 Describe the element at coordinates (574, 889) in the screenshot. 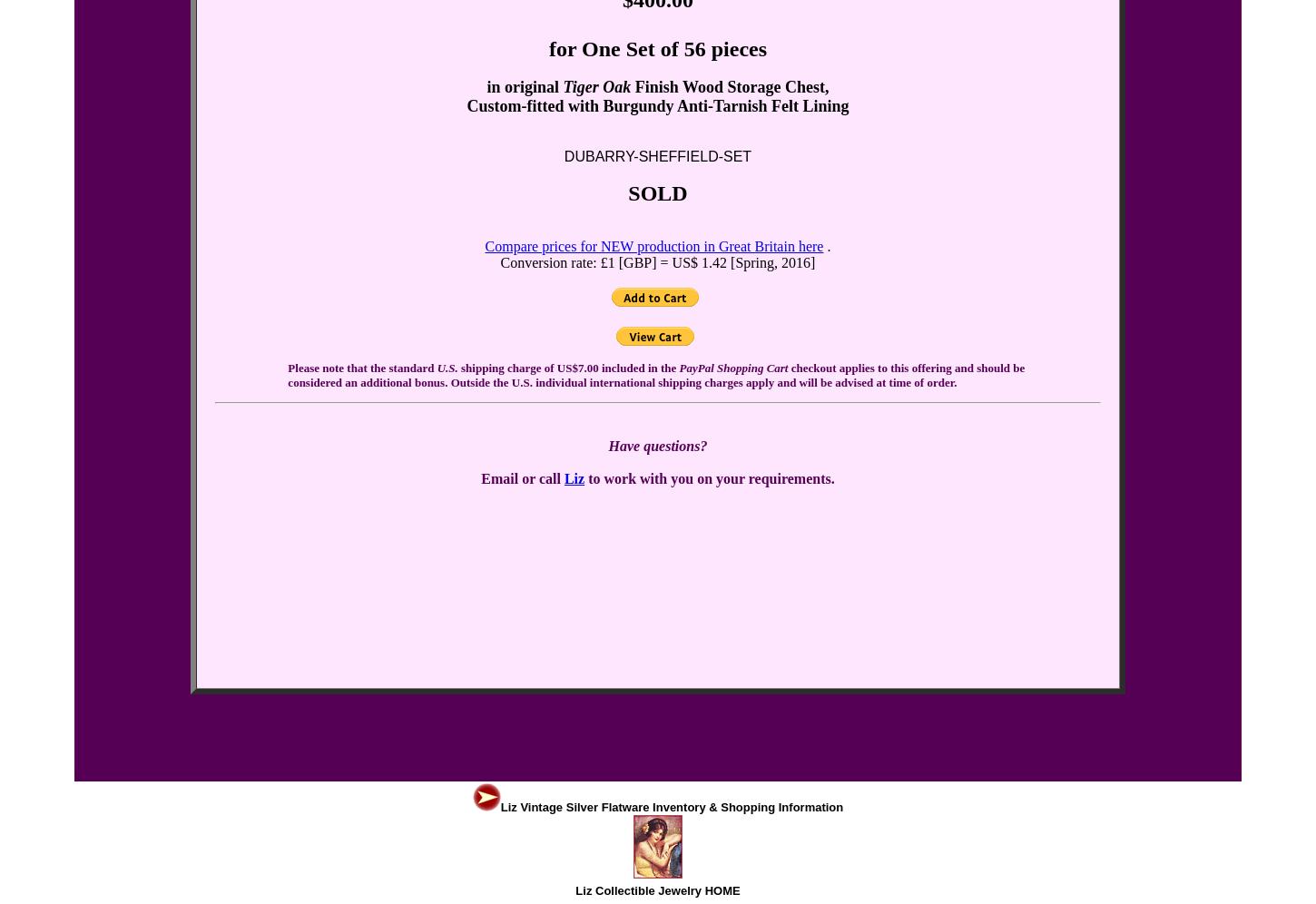

I see `'Liz Collectible Jewelry HOME'` at that location.